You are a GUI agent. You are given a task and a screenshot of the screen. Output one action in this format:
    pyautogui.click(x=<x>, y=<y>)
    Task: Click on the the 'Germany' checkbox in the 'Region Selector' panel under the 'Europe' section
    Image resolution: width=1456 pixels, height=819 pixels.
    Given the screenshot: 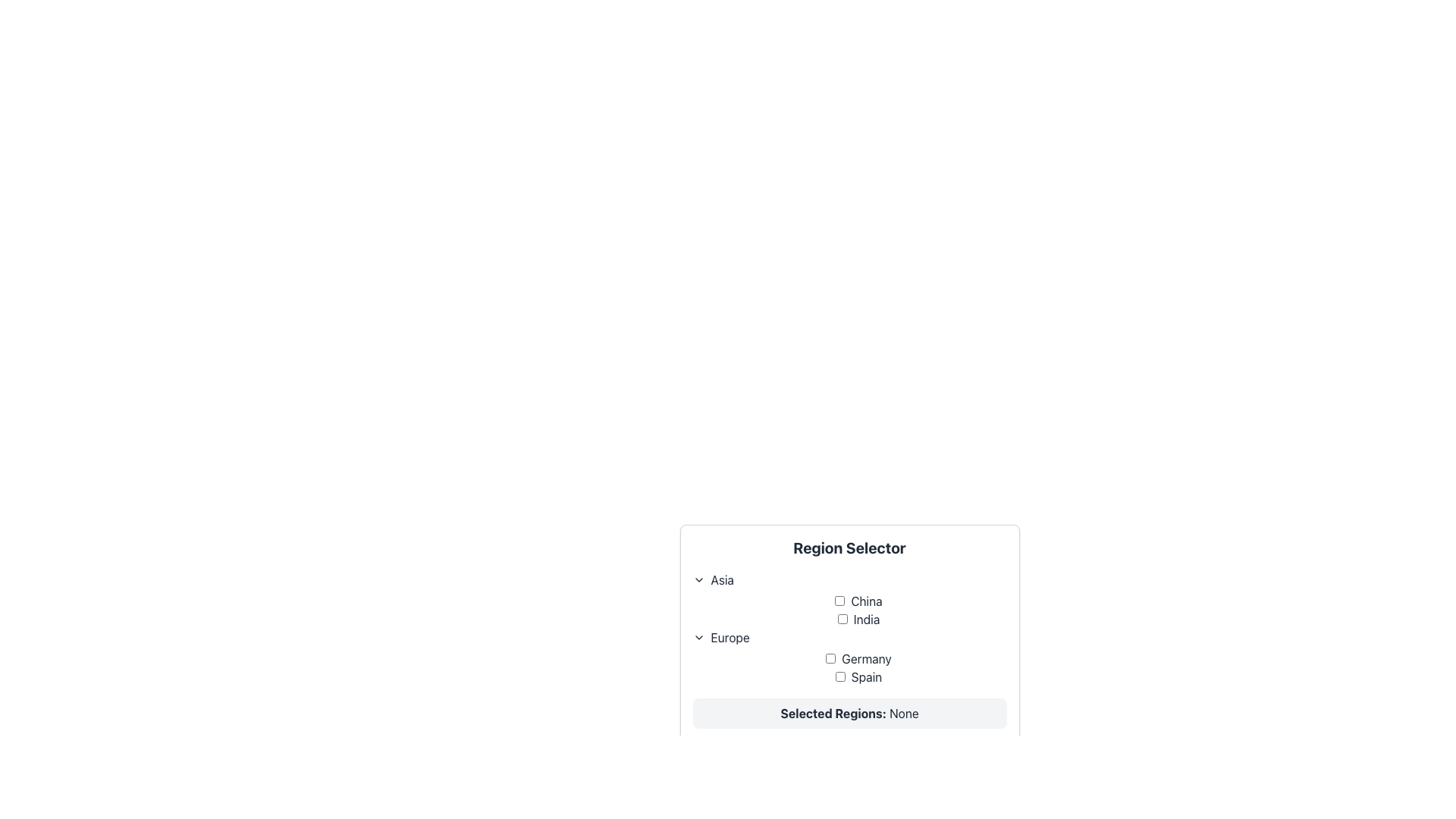 What is the action you would take?
    pyautogui.click(x=830, y=657)
    